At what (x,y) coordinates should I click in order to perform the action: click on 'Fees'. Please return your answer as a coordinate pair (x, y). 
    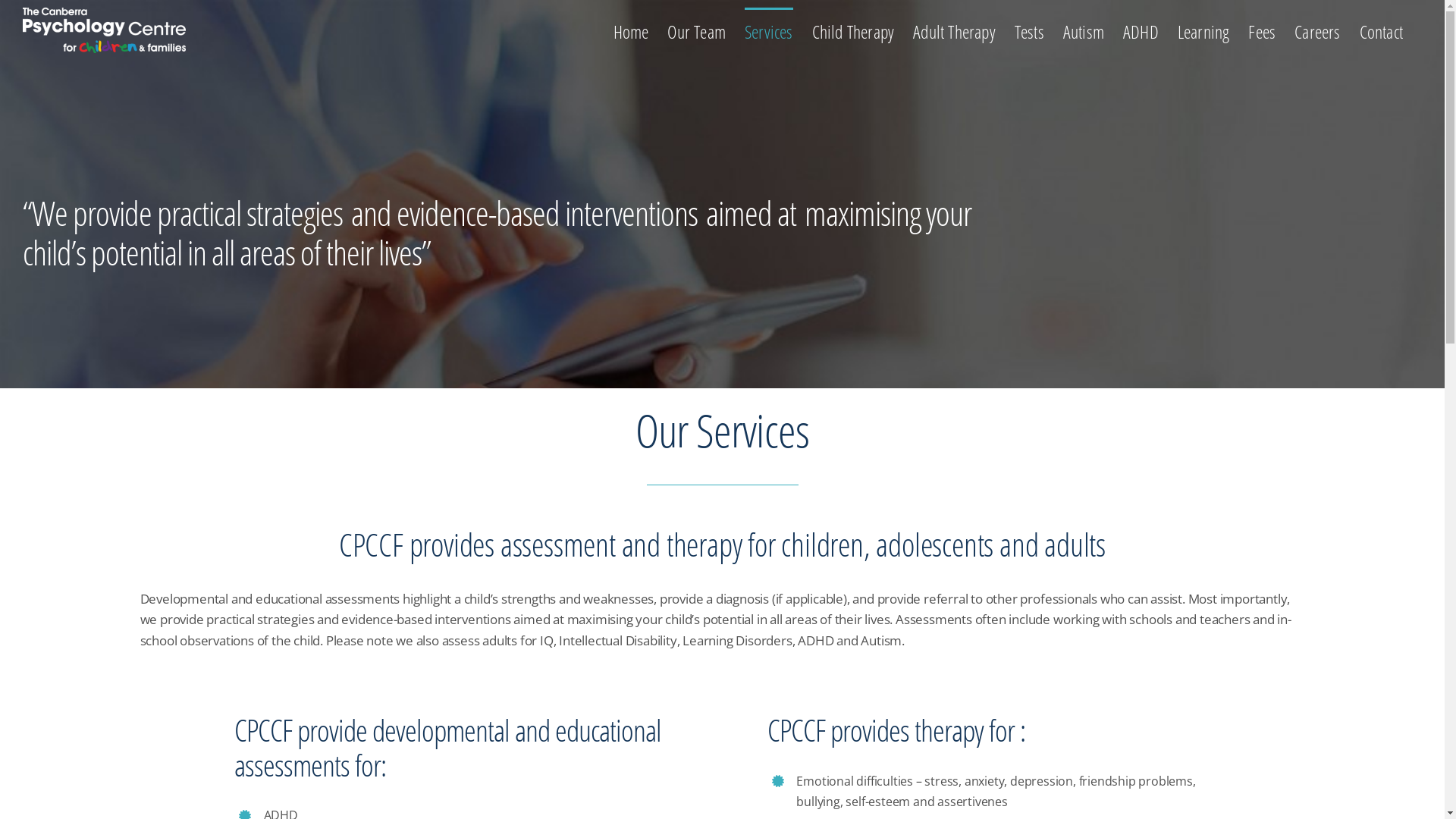
    Looking at the image, I should click on (1262, 30).